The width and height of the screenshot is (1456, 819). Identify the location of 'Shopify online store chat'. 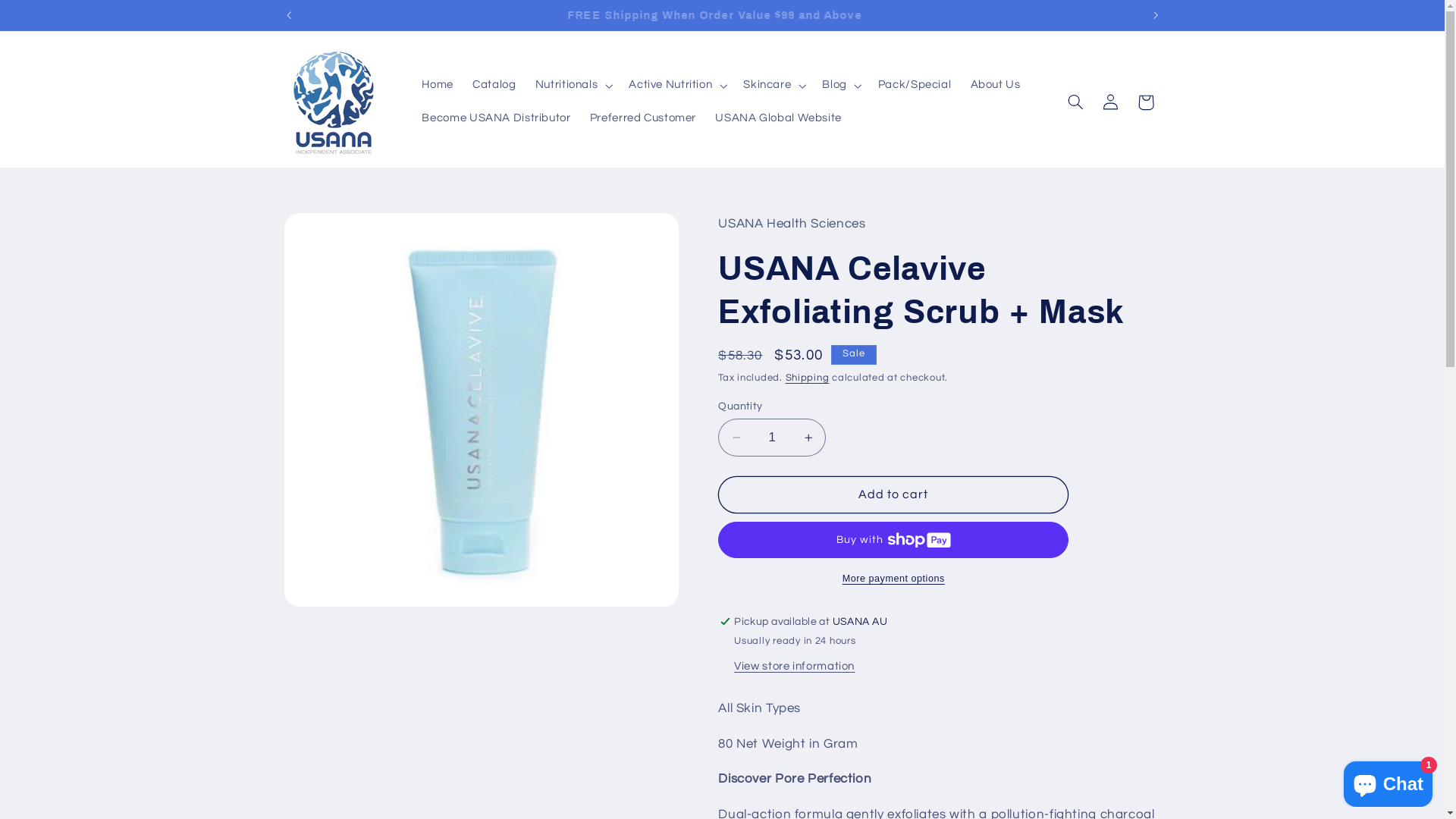
(1388, 780).